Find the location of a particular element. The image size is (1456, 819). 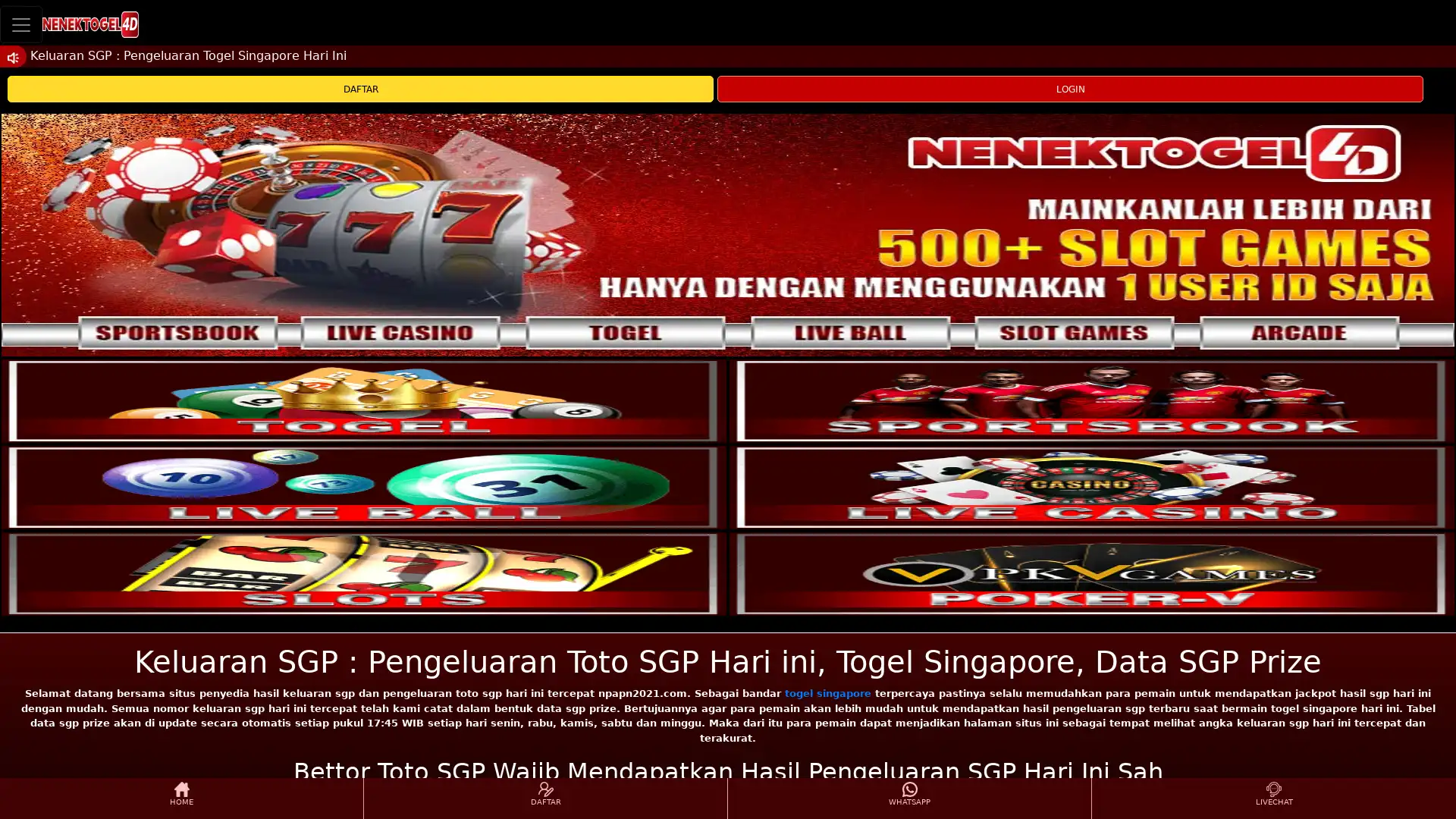

LOGIN is located at coordinates (1069, 89).